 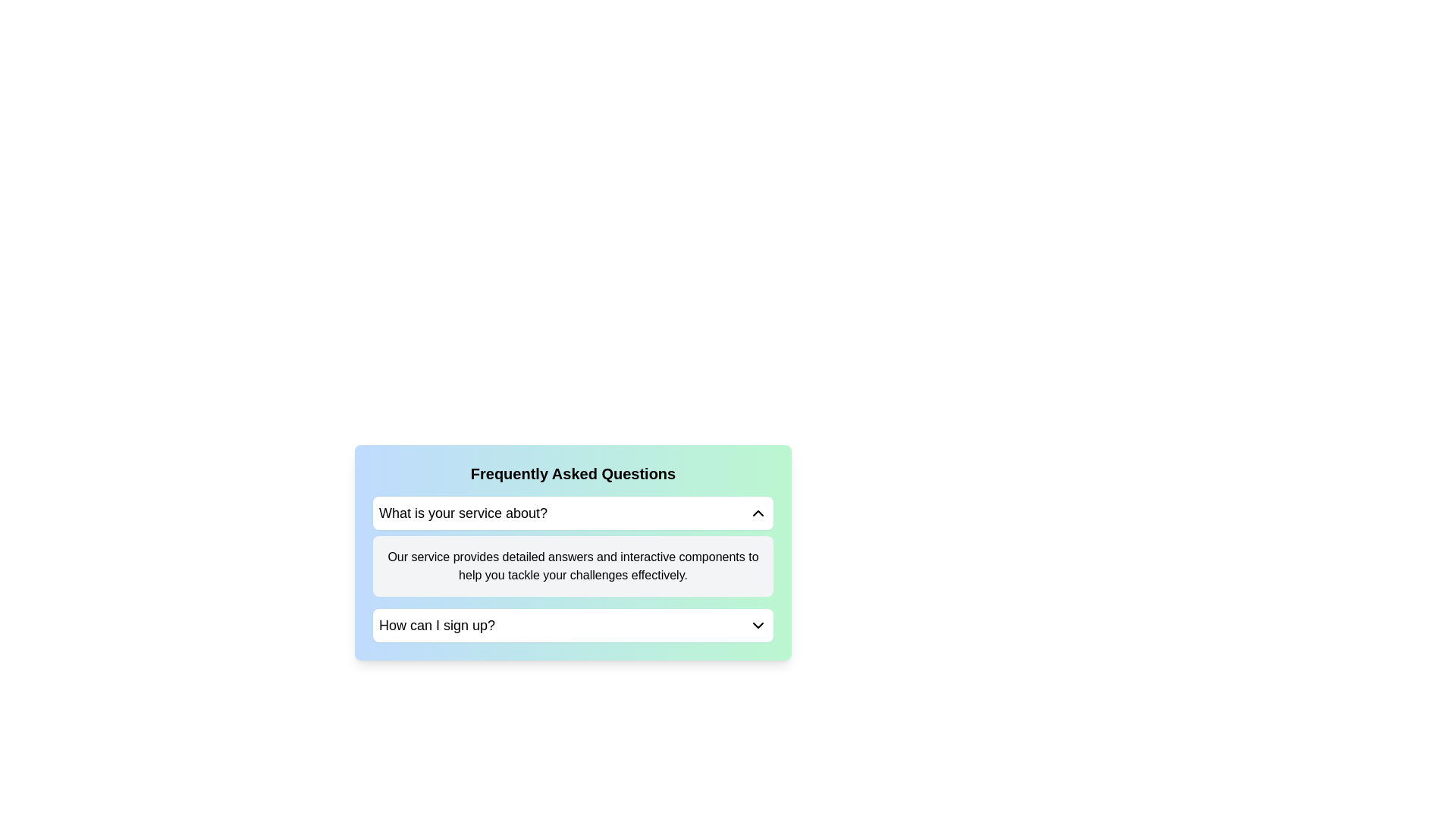 I want to click on the downward chevron icon located on the far right side of the panel displaying the question 'How can I sign up?', so click(x=758, y=626).